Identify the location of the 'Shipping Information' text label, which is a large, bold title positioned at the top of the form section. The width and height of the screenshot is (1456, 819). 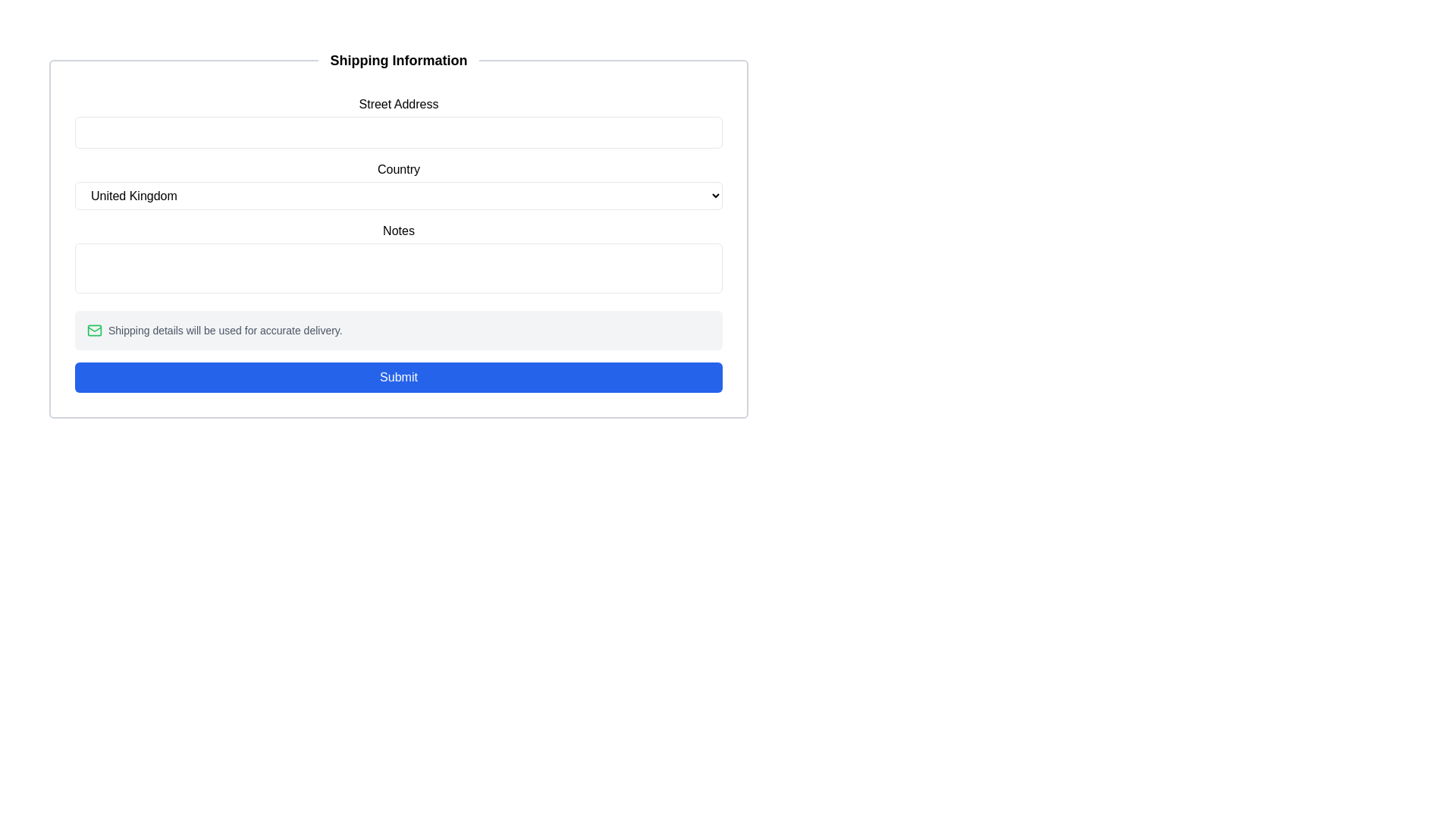
(399, 60).